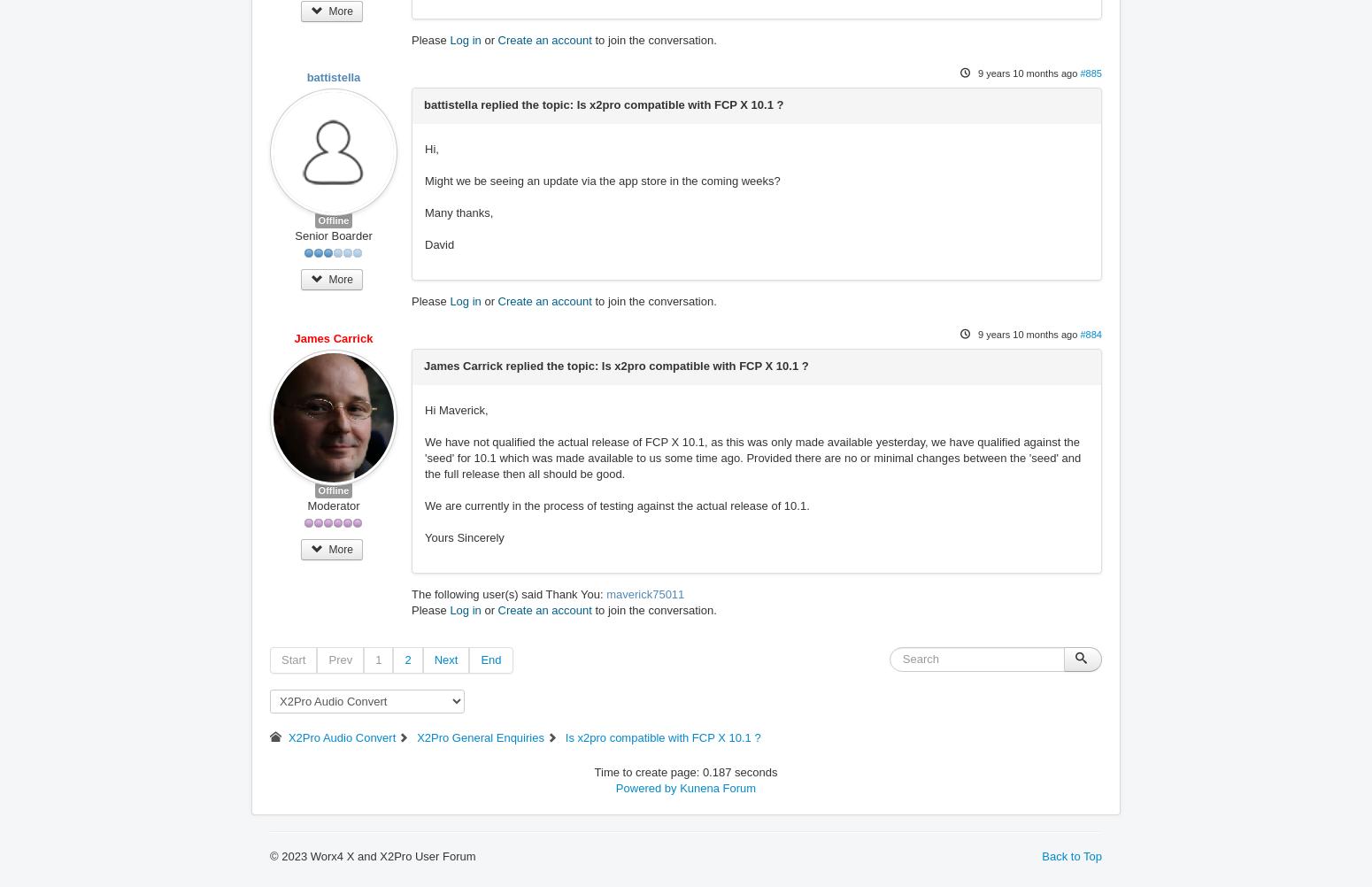 The image size is (1372, 887). Describe the element at coordinates (1091, 73) in the screenshot. I see `'#885'` at that location.